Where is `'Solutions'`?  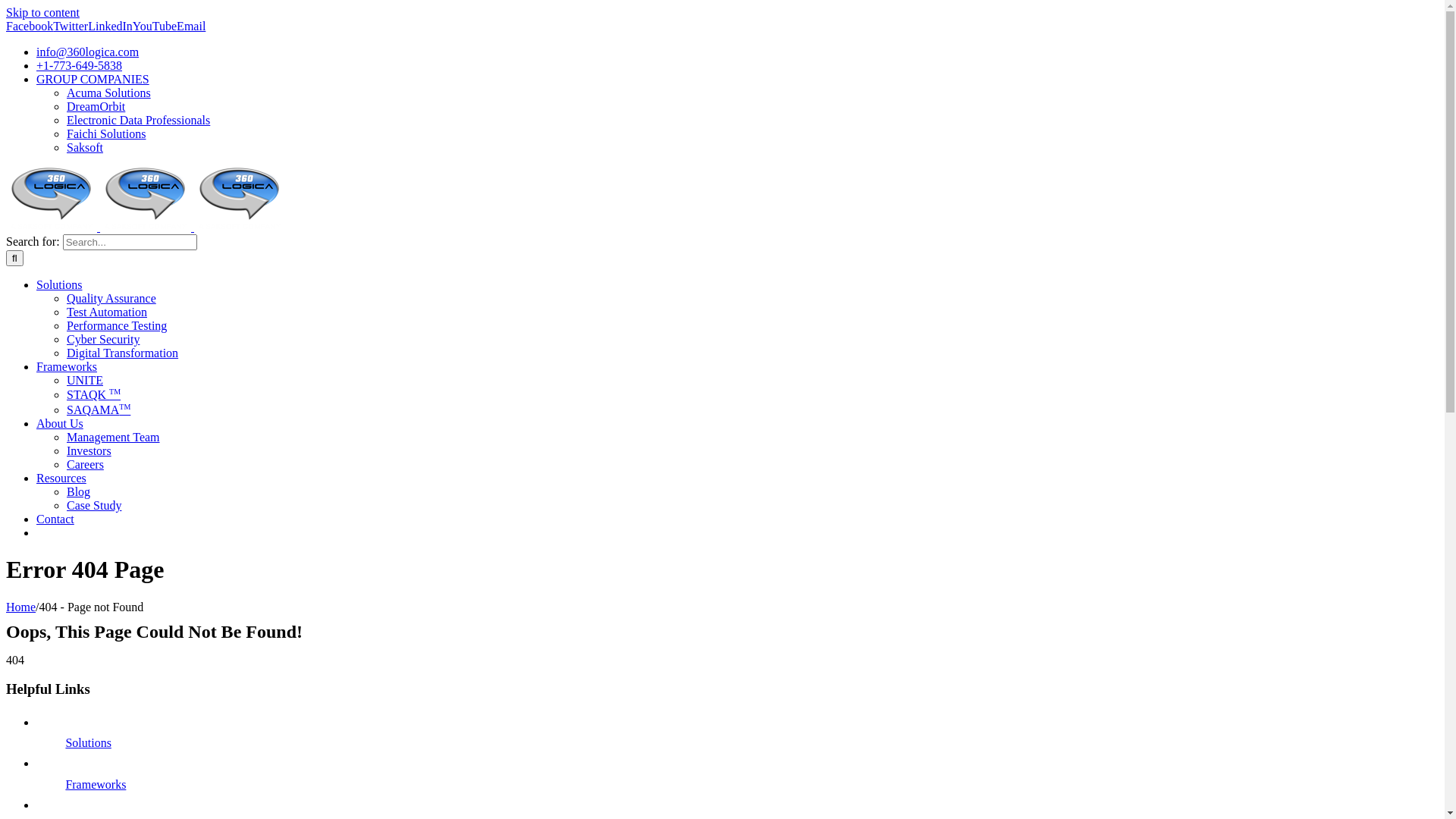 'Solutions' is located at coordinates (86, 742).